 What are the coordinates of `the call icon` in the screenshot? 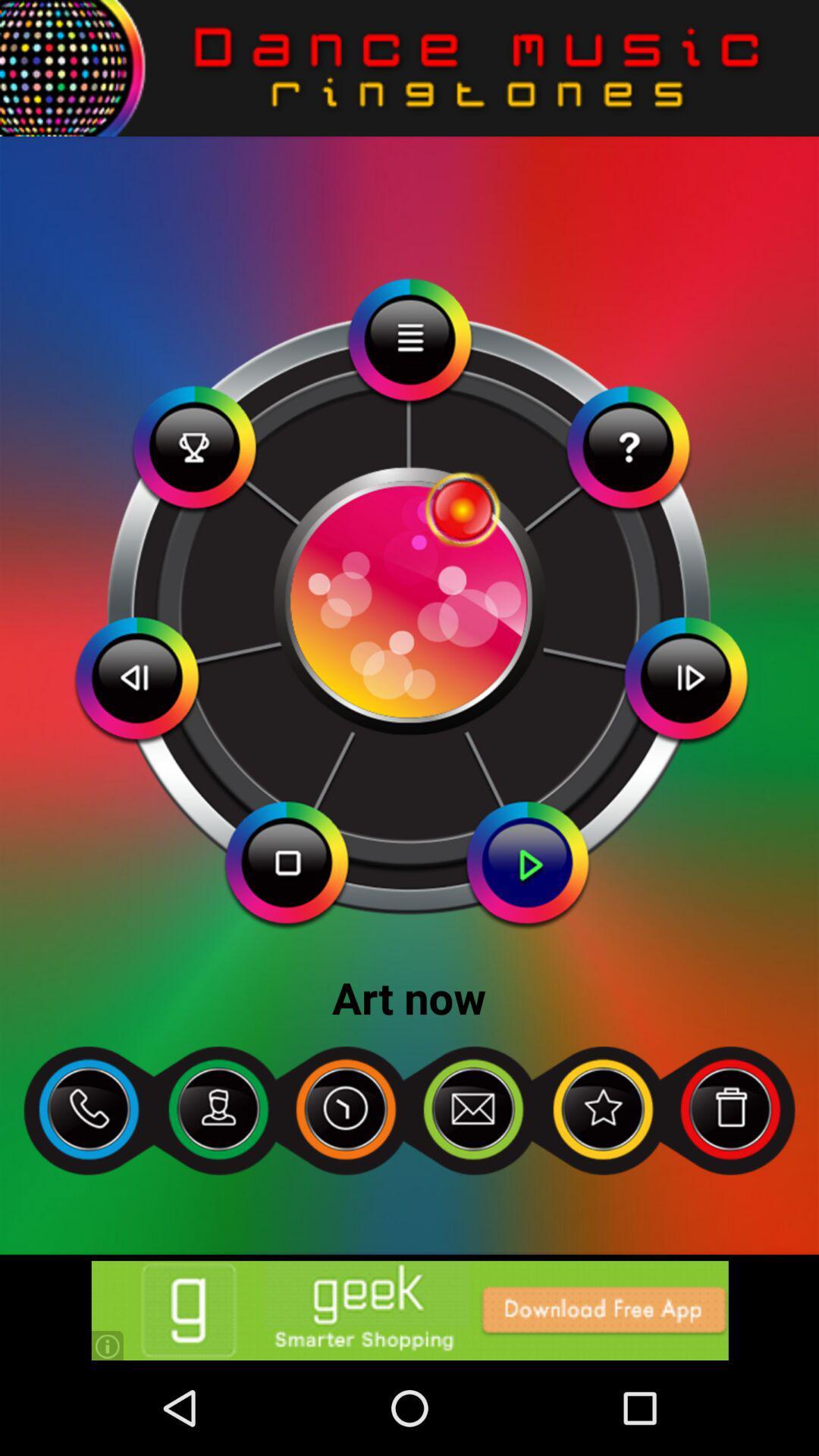 It's located at (88, 1188).